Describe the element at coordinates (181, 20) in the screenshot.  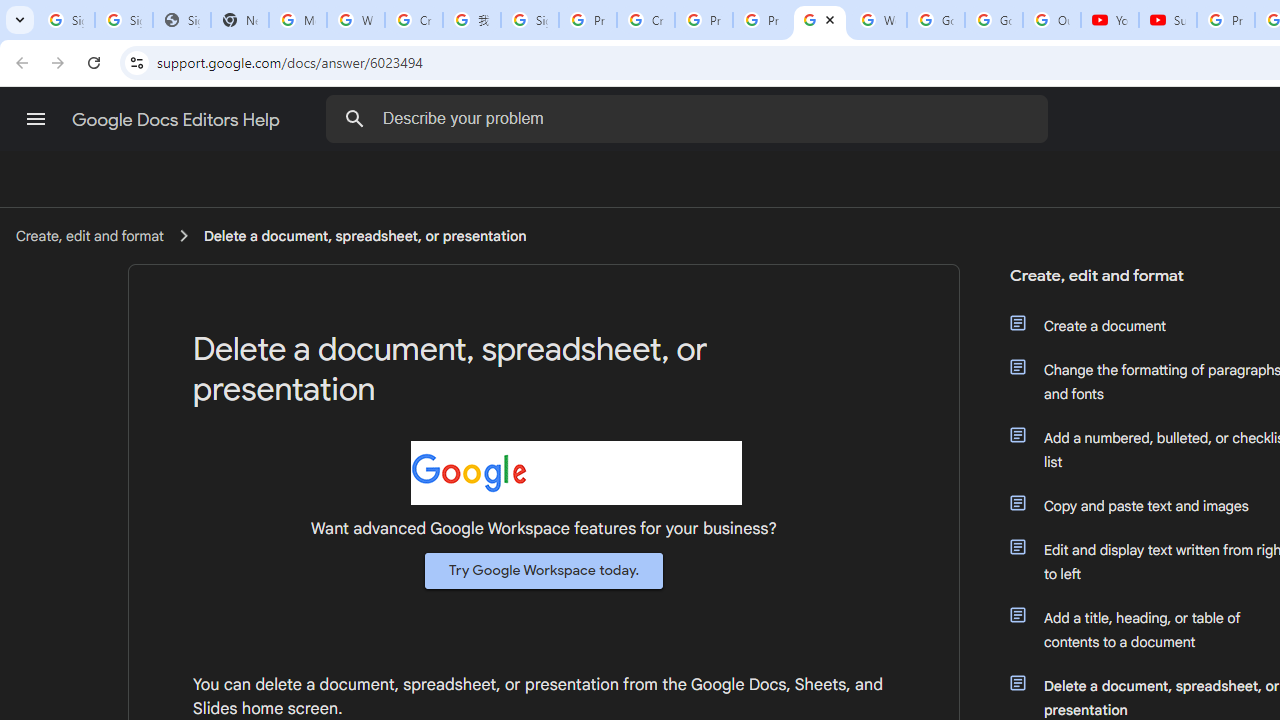
I see `'Sign In - USA TODAY'` at that location.